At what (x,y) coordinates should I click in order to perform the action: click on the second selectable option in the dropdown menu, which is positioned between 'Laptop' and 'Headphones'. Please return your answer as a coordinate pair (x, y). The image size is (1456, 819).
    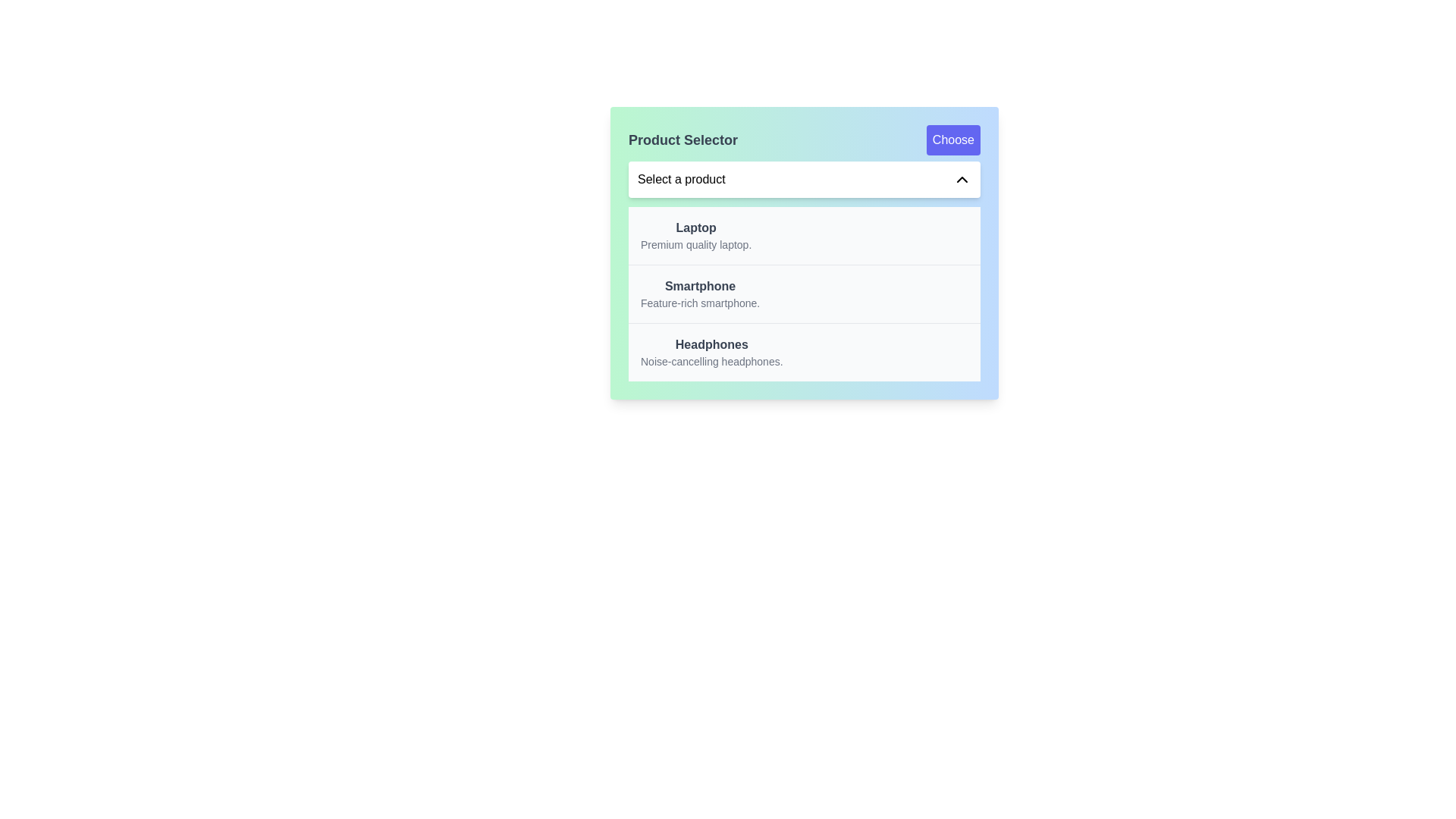
    Looking at the image, I should click on (699, 294).